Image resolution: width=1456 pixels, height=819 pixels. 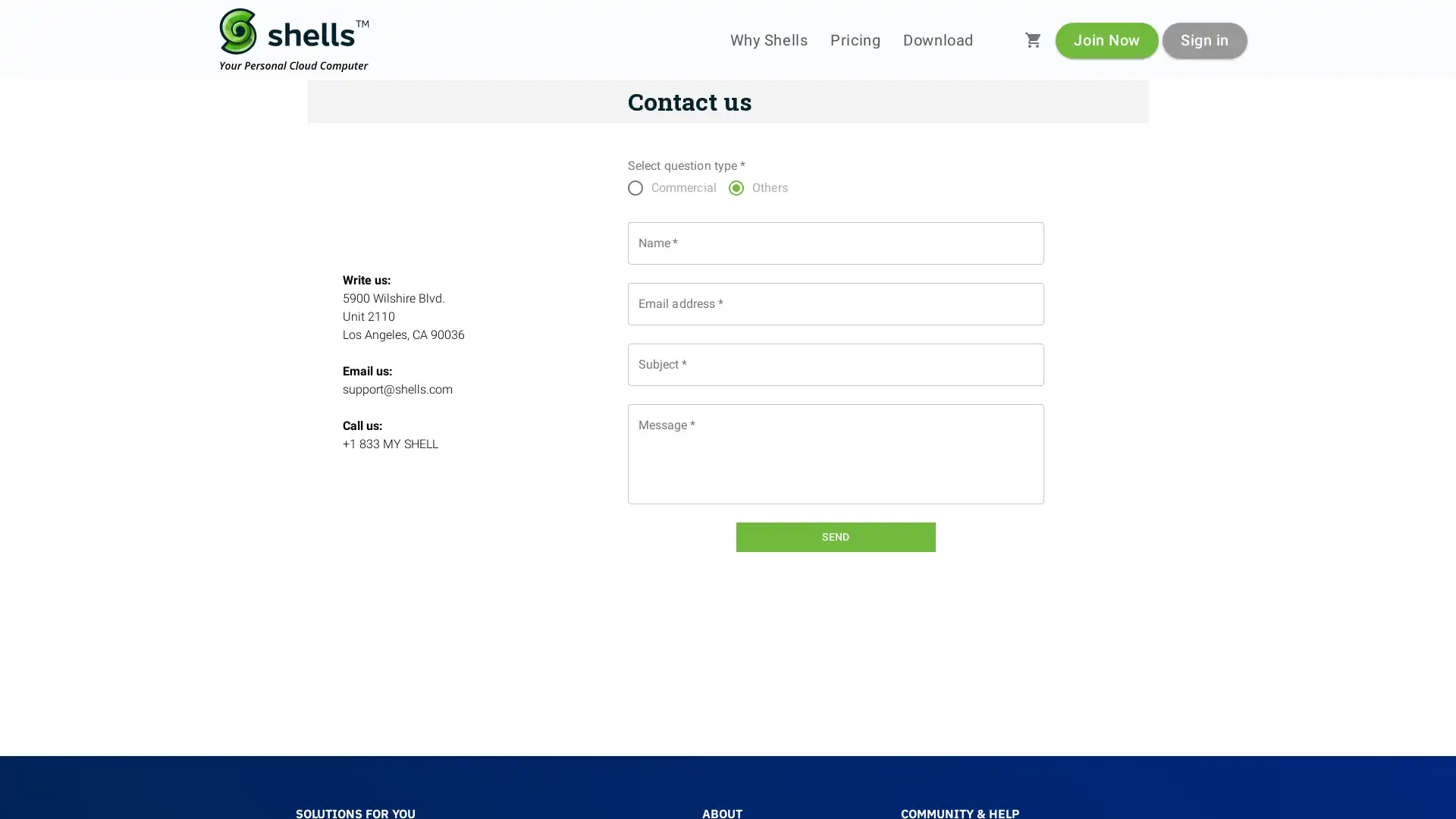 I want to click on Sign in, so click(x=1203, y=39).